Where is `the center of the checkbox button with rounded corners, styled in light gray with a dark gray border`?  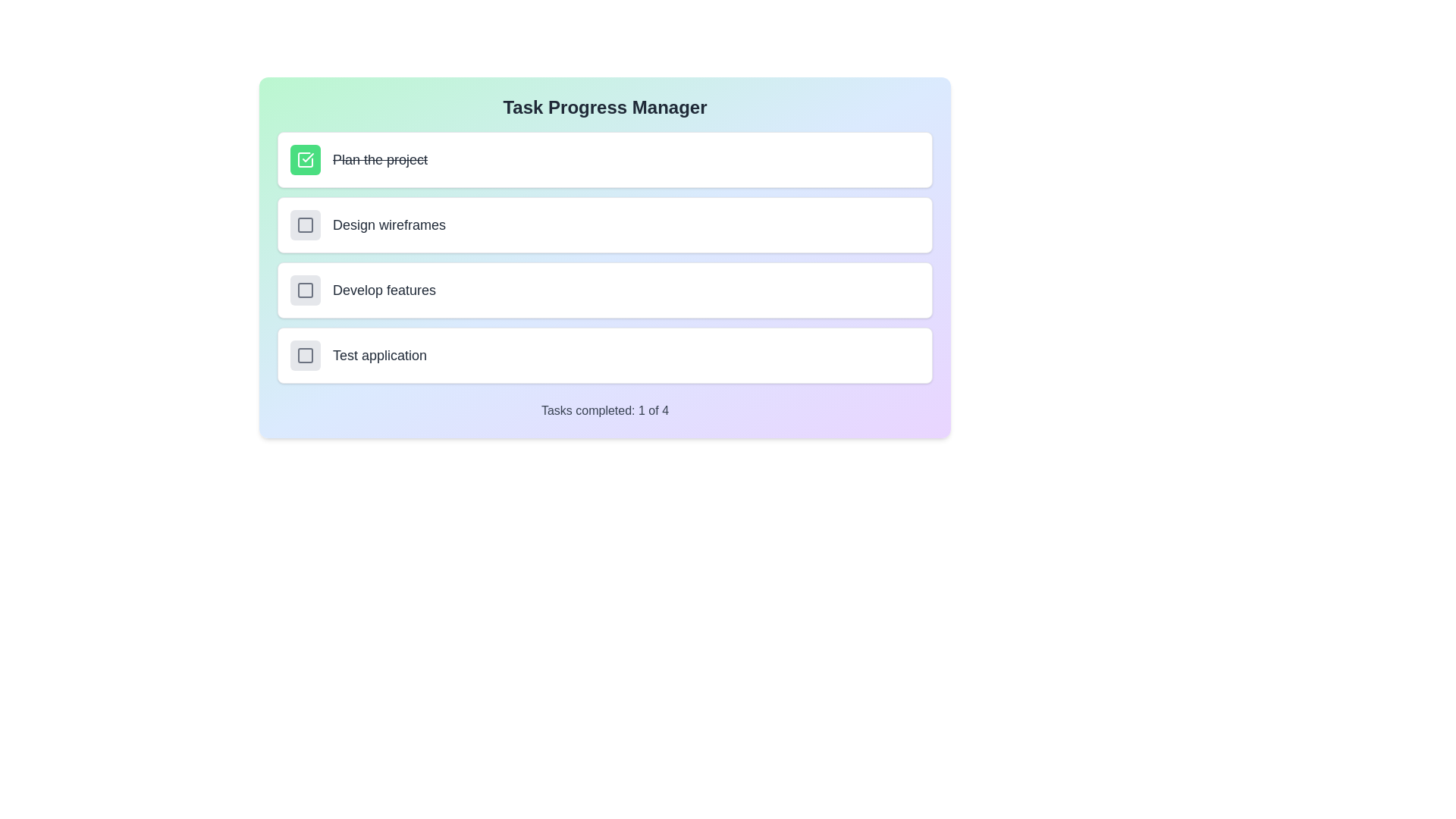
the center of the checkbox button with rounded corners, styled in light gray with a dark gray border is located at coordinates (305, 290).